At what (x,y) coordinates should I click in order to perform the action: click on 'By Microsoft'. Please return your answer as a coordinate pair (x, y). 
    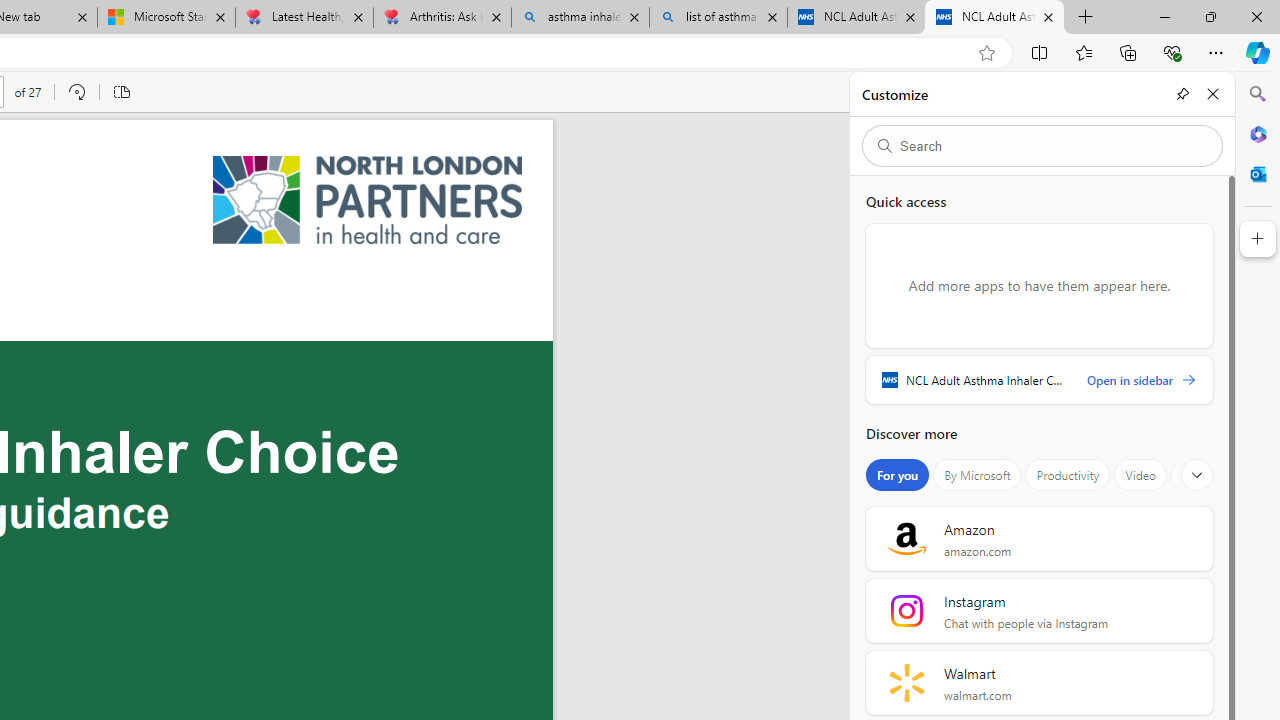
    Looking at the image, I should click on (977, 475).